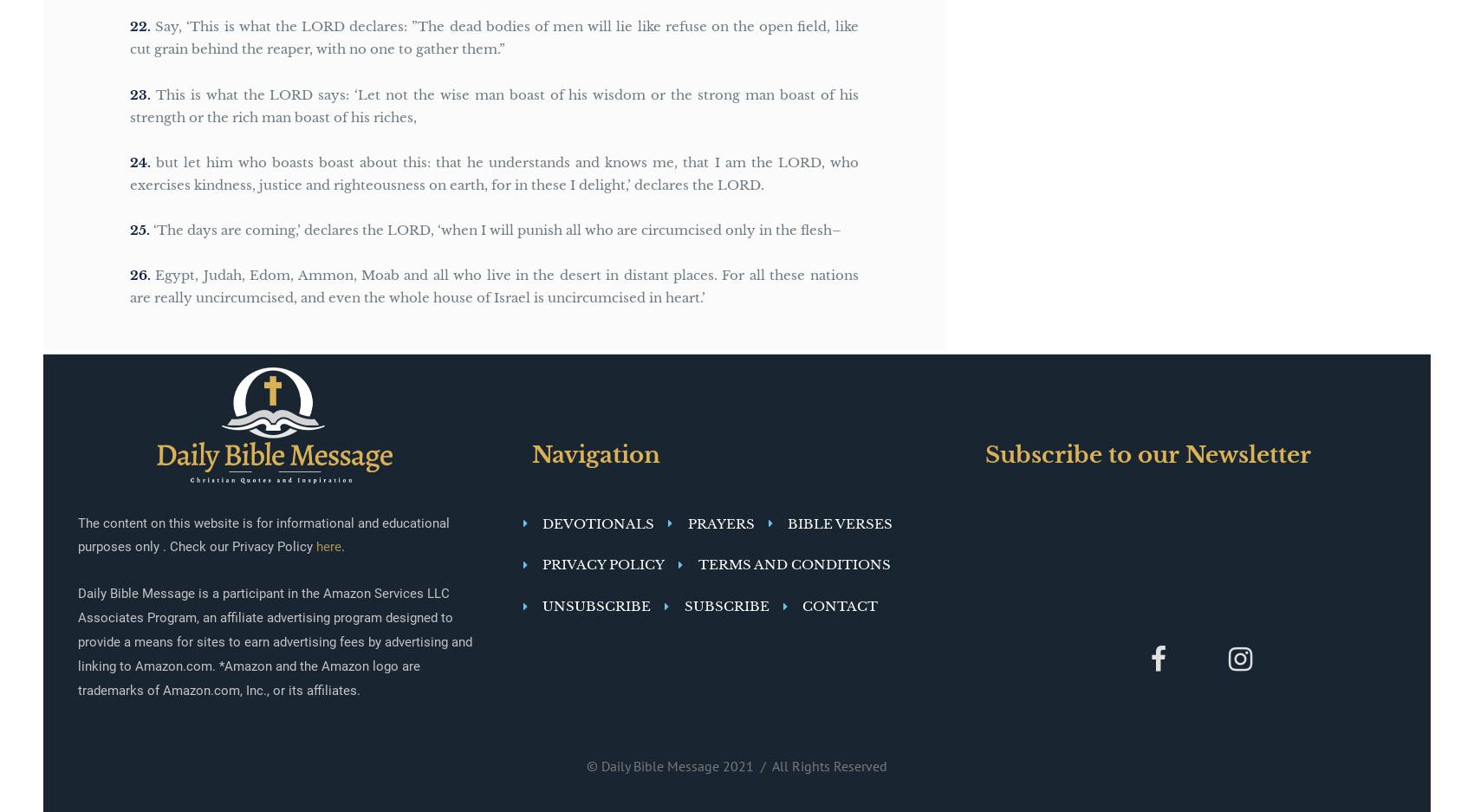 This screenshot has height=812, width=1474. I want to click on 'Contact', so click(839, 606).